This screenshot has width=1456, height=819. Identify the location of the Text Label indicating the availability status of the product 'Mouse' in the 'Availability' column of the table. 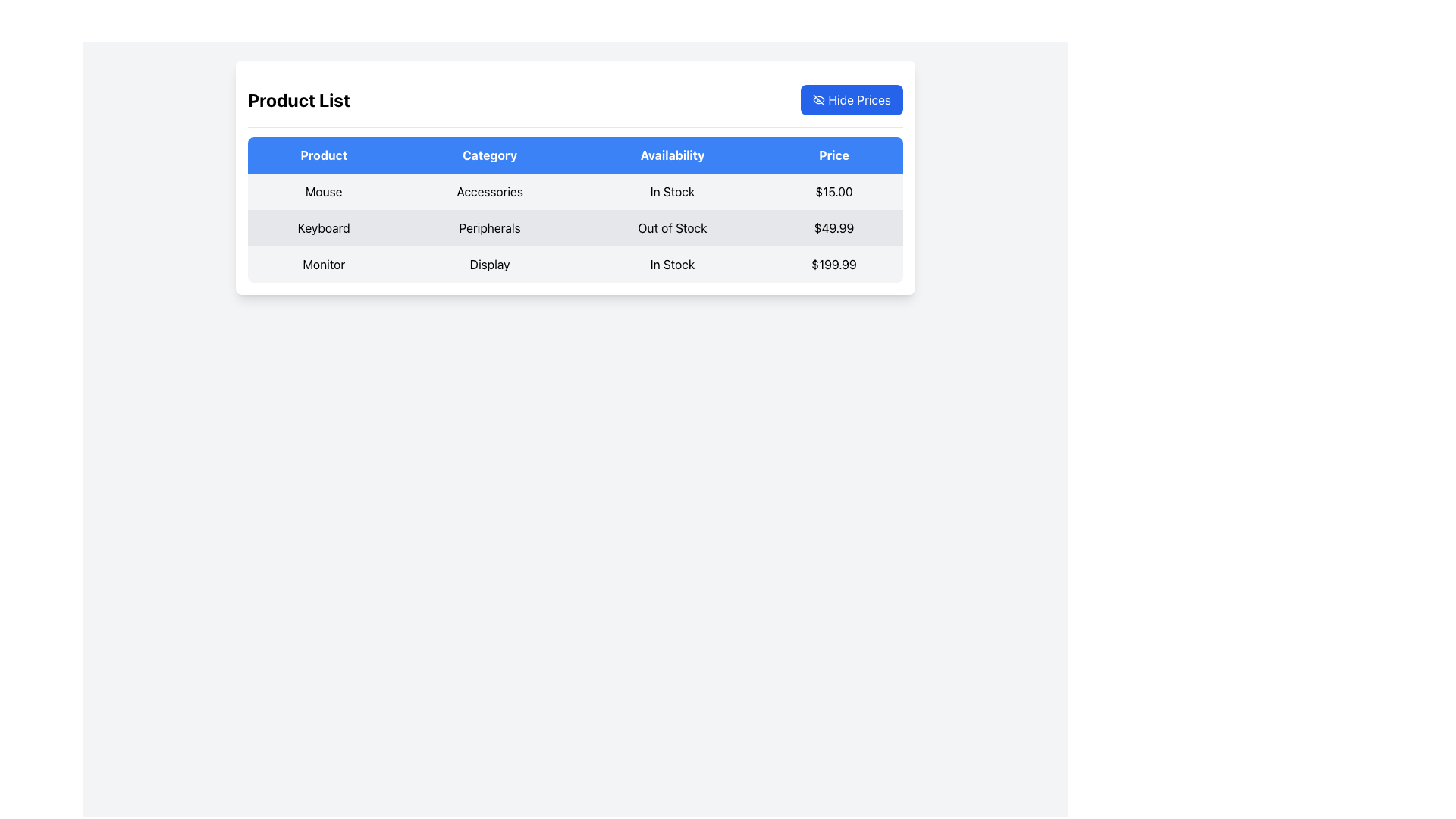
(672, 191).